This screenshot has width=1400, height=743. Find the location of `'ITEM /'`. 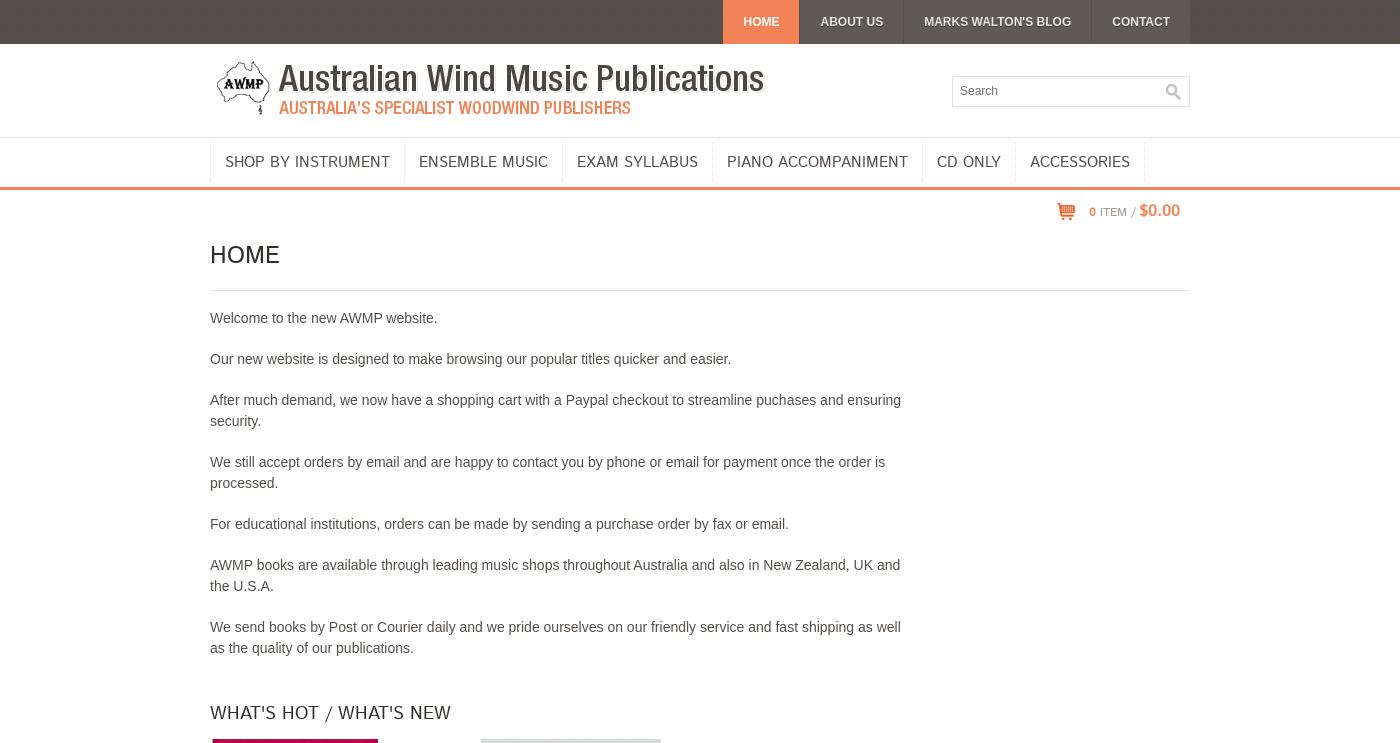

'ITEM /' is located at coordinates (1114, 211).